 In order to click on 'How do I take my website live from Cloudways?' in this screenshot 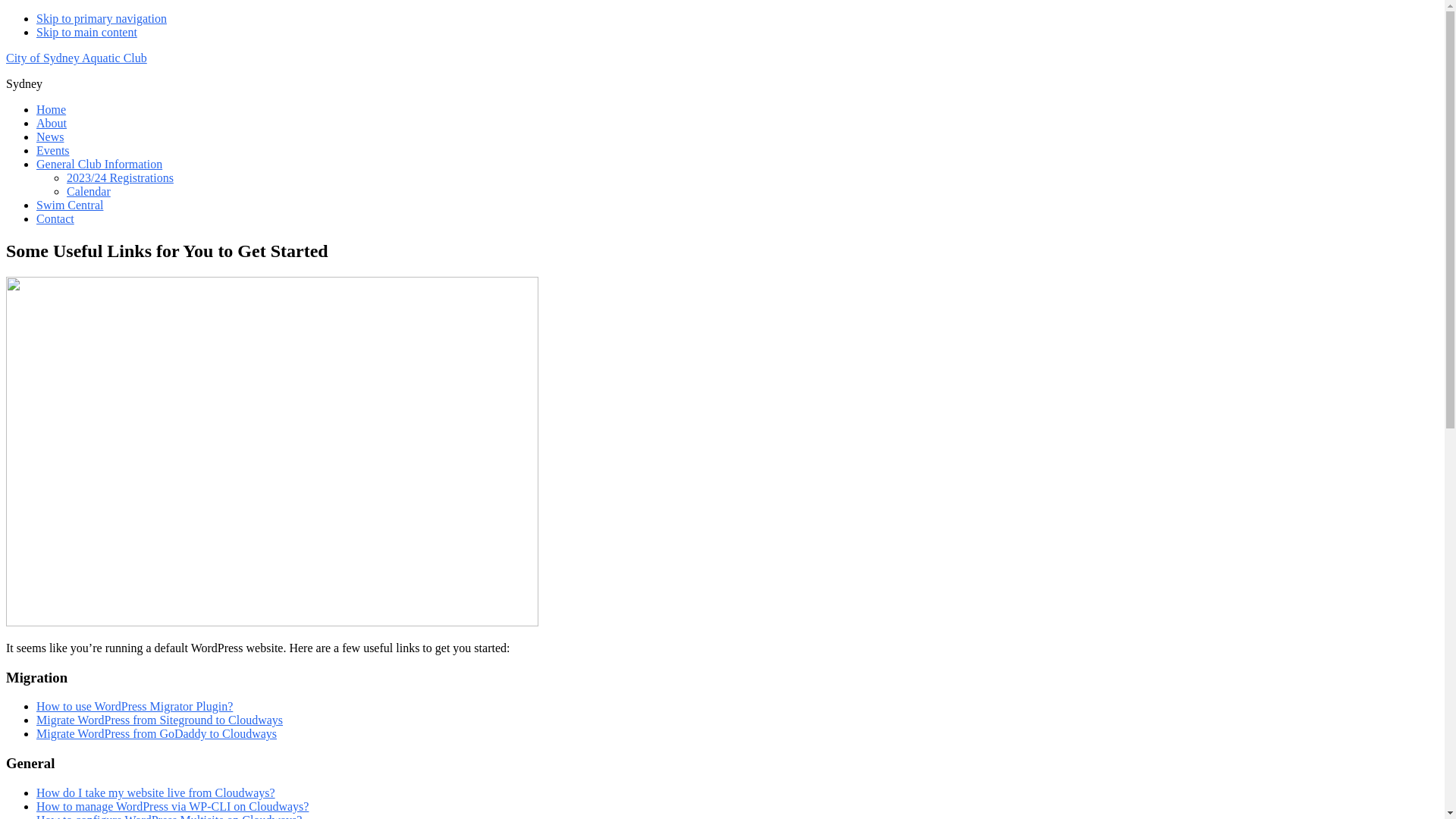, I will do `click(155, 792)`.